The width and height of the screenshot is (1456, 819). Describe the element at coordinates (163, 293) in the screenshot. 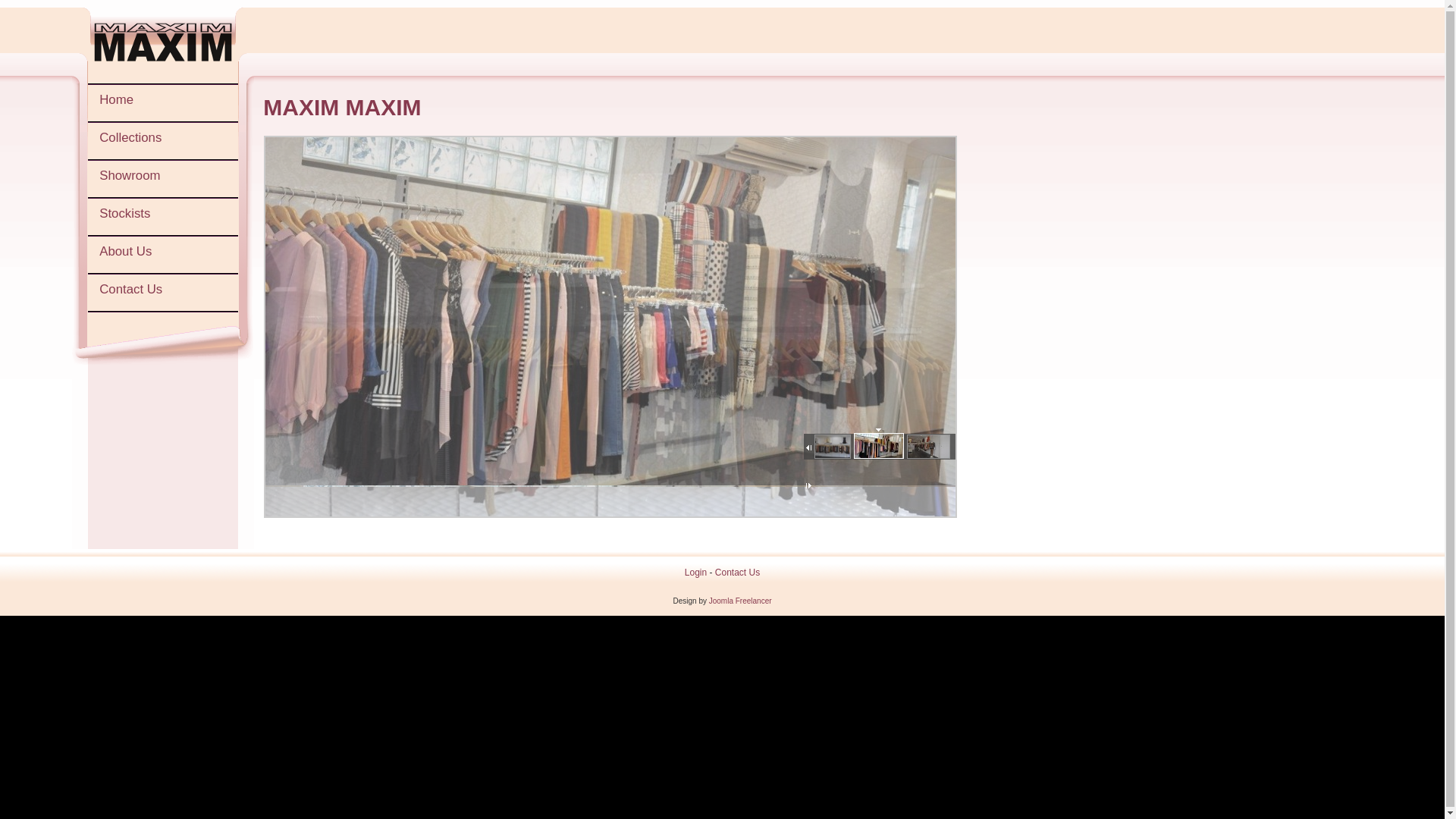

I see `'Contact Us'` at that location.